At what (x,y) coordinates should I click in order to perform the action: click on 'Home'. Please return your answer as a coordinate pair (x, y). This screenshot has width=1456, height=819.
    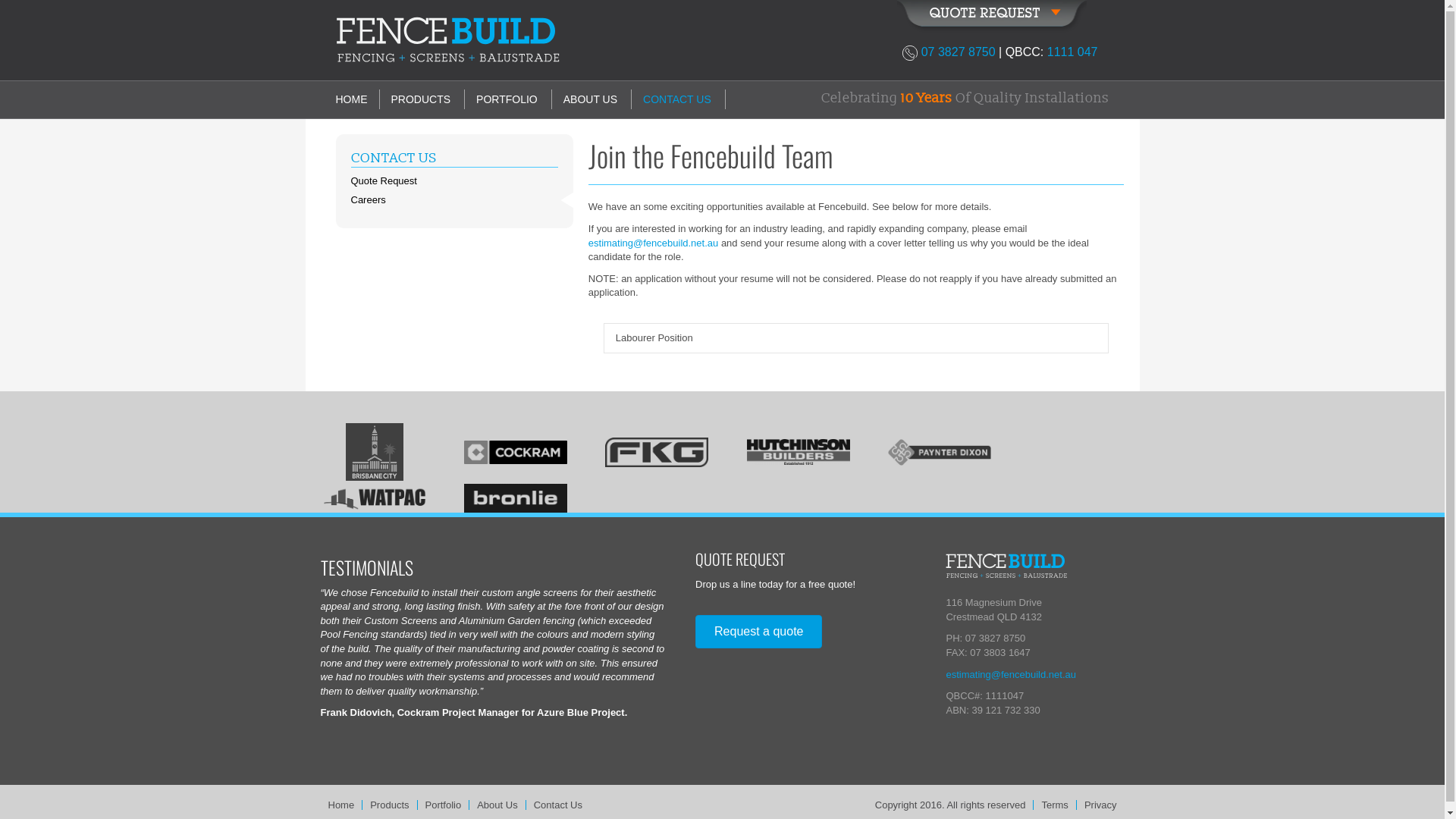
    Looking at the image, I should click on (319, 804).